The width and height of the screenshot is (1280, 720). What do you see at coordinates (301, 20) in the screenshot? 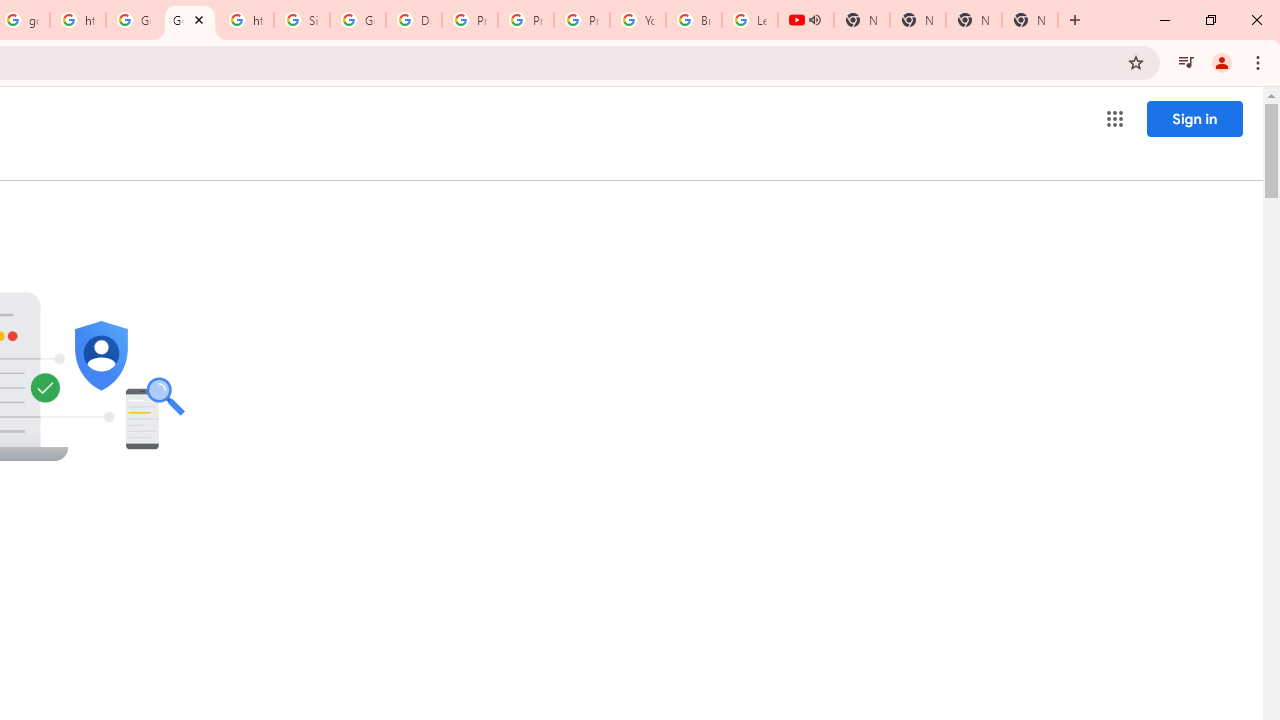
I see `'Sign in - Google Accounts'` at bounding box center [301, 20].